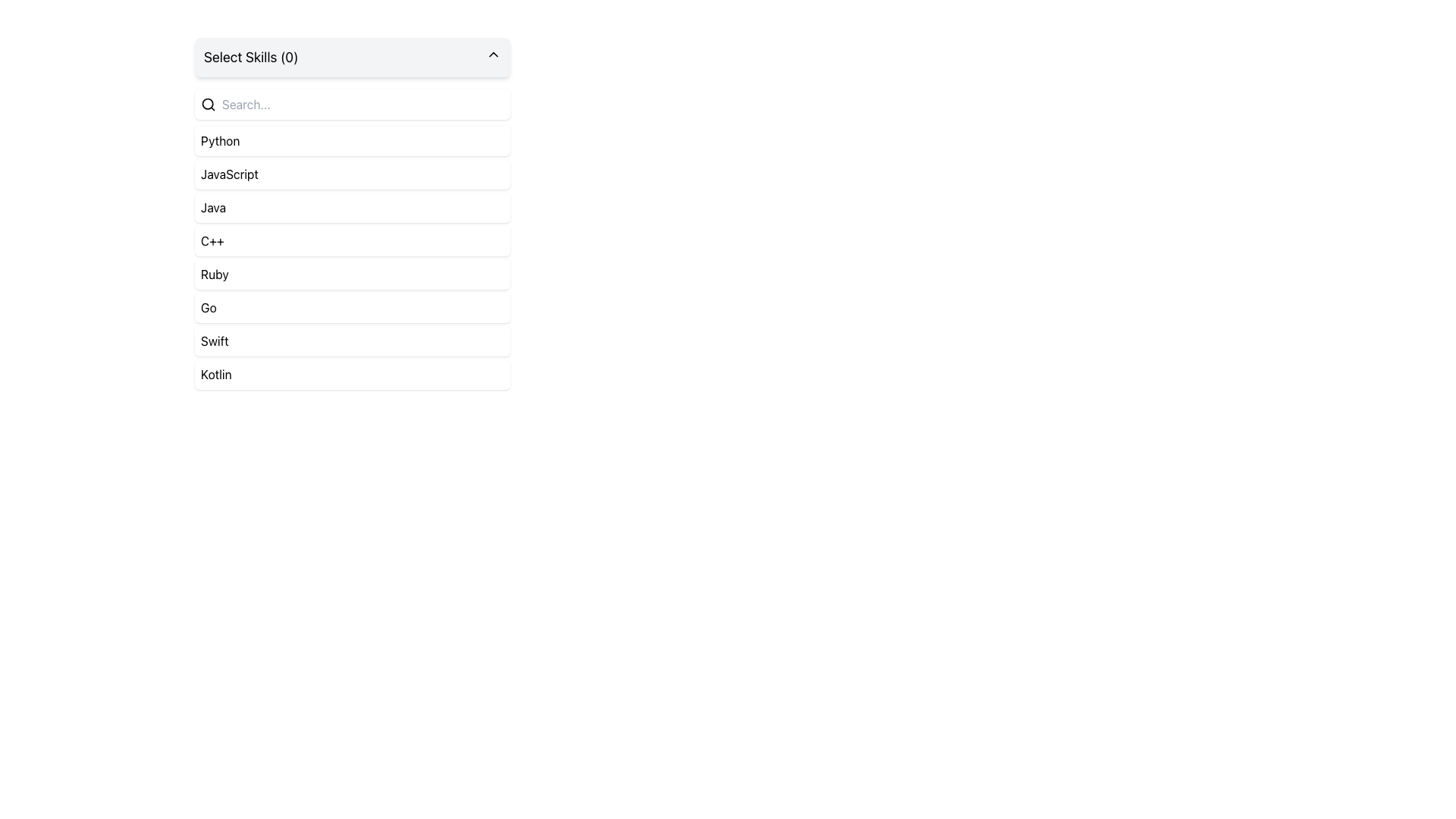 Image resolution: width=1456 pixels, height=819 pixels. Describe the element at coordinates (352, 239) in the screenshot. I see `the selectable list item labeled 'C++'` at that location.